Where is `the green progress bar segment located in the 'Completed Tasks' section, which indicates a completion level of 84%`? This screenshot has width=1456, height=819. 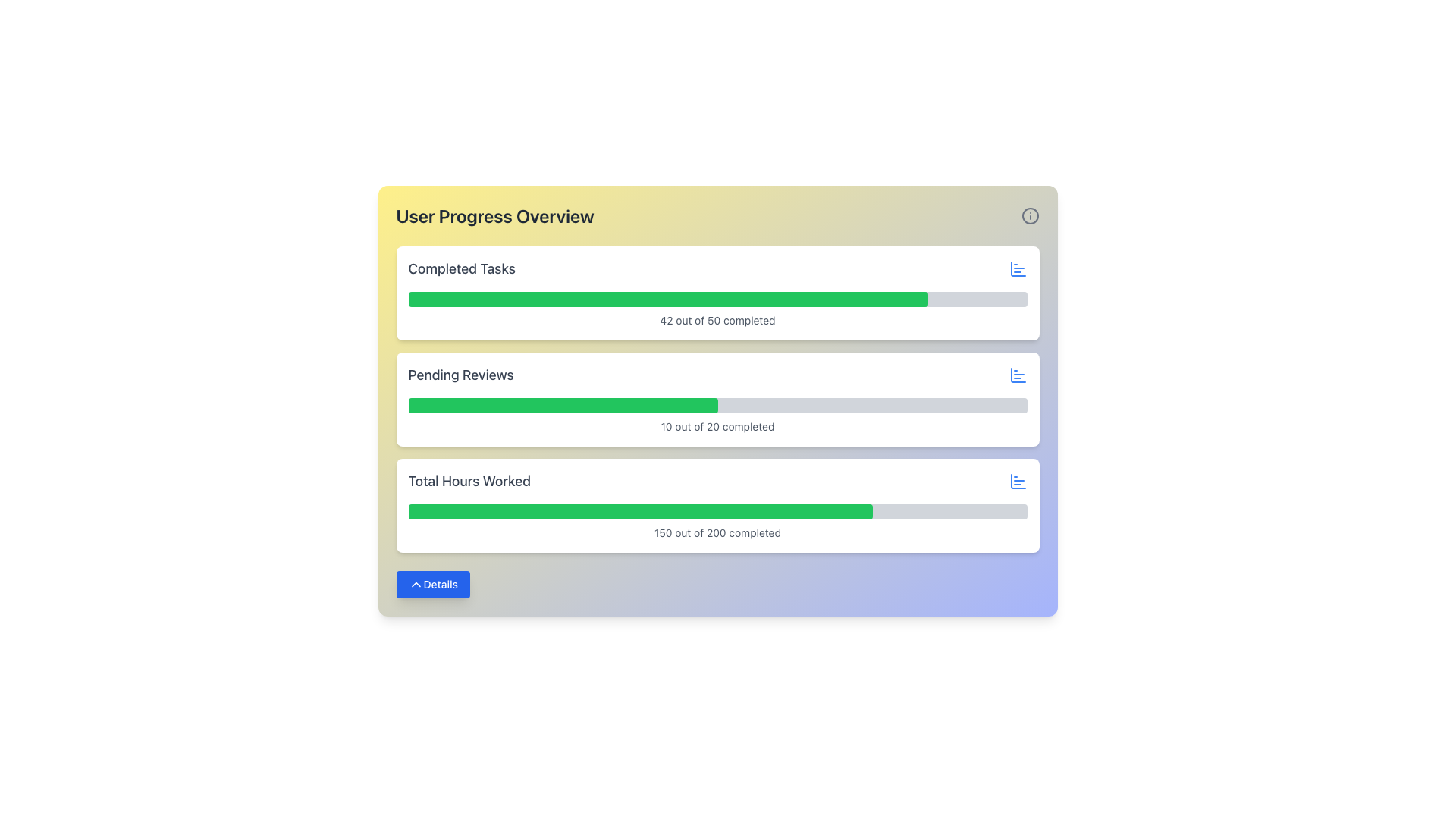 the green progress bar segment located in the 'Completed Tasks' section, which indicates a completion level of 84% is located at coordinates (667, 299).